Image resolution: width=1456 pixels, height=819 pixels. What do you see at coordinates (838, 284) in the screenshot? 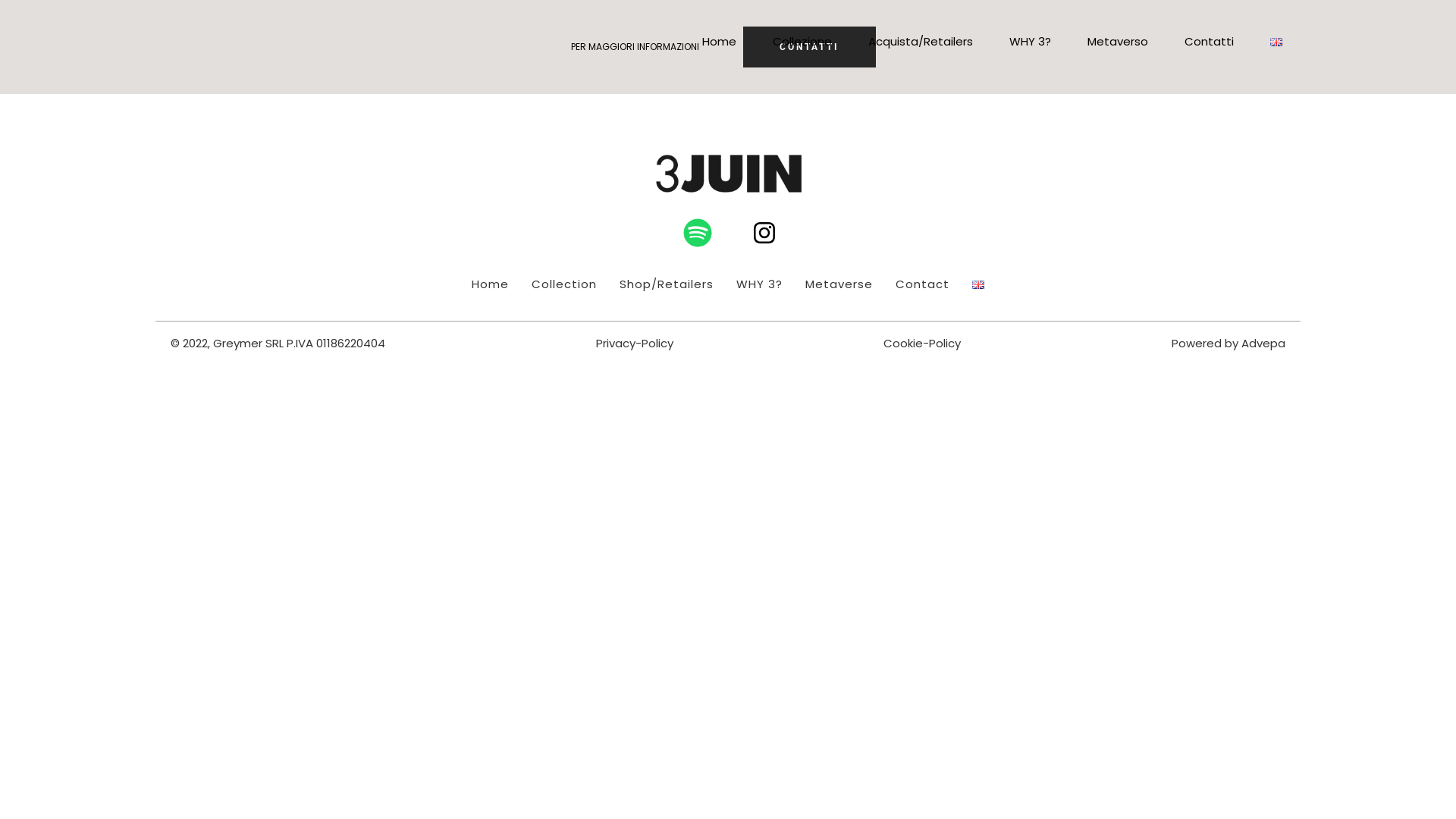
I see `'Metaverse'` at bounding box center [838, 284].